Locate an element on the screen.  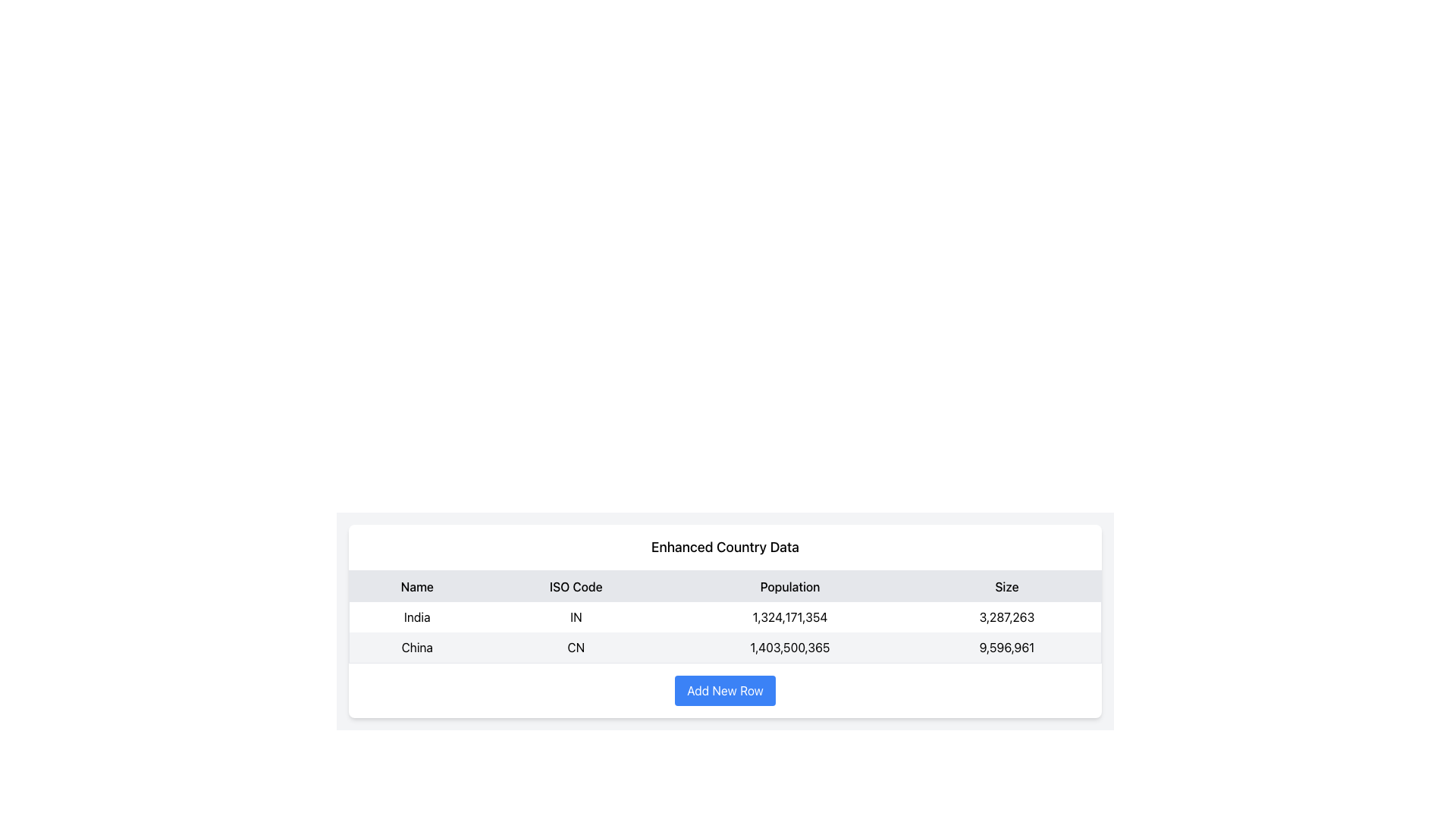
the first data row in the table that provides information about India, including its ISO Code, population, and size is located at coordinates (724, 632).